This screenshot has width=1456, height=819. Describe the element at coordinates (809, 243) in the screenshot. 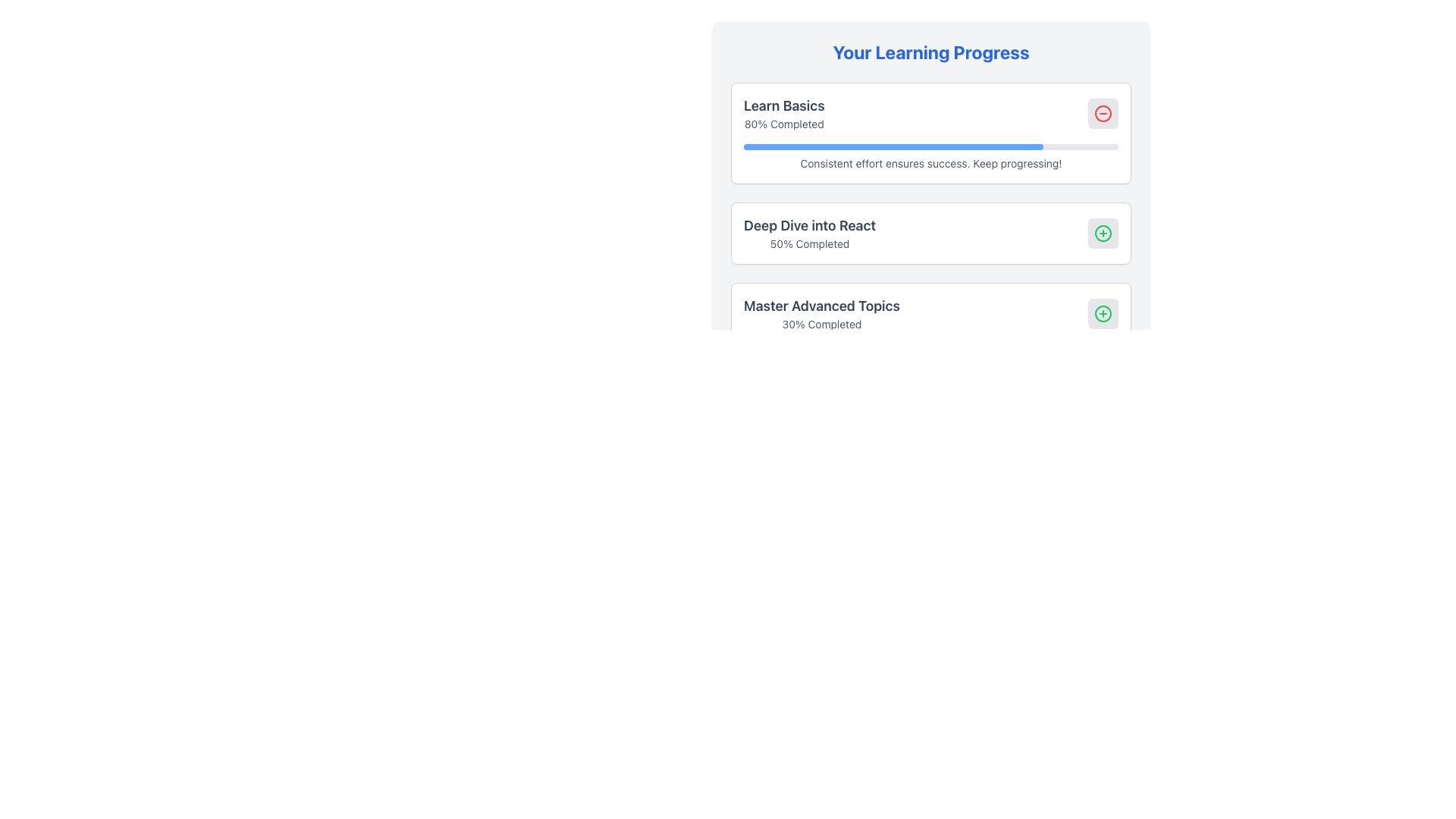

I see `the Text Label that displays the progress percentage of the 'Deep Dive into React' module, which is located directly below the title text in the center of the progress indicators interface` at that location.